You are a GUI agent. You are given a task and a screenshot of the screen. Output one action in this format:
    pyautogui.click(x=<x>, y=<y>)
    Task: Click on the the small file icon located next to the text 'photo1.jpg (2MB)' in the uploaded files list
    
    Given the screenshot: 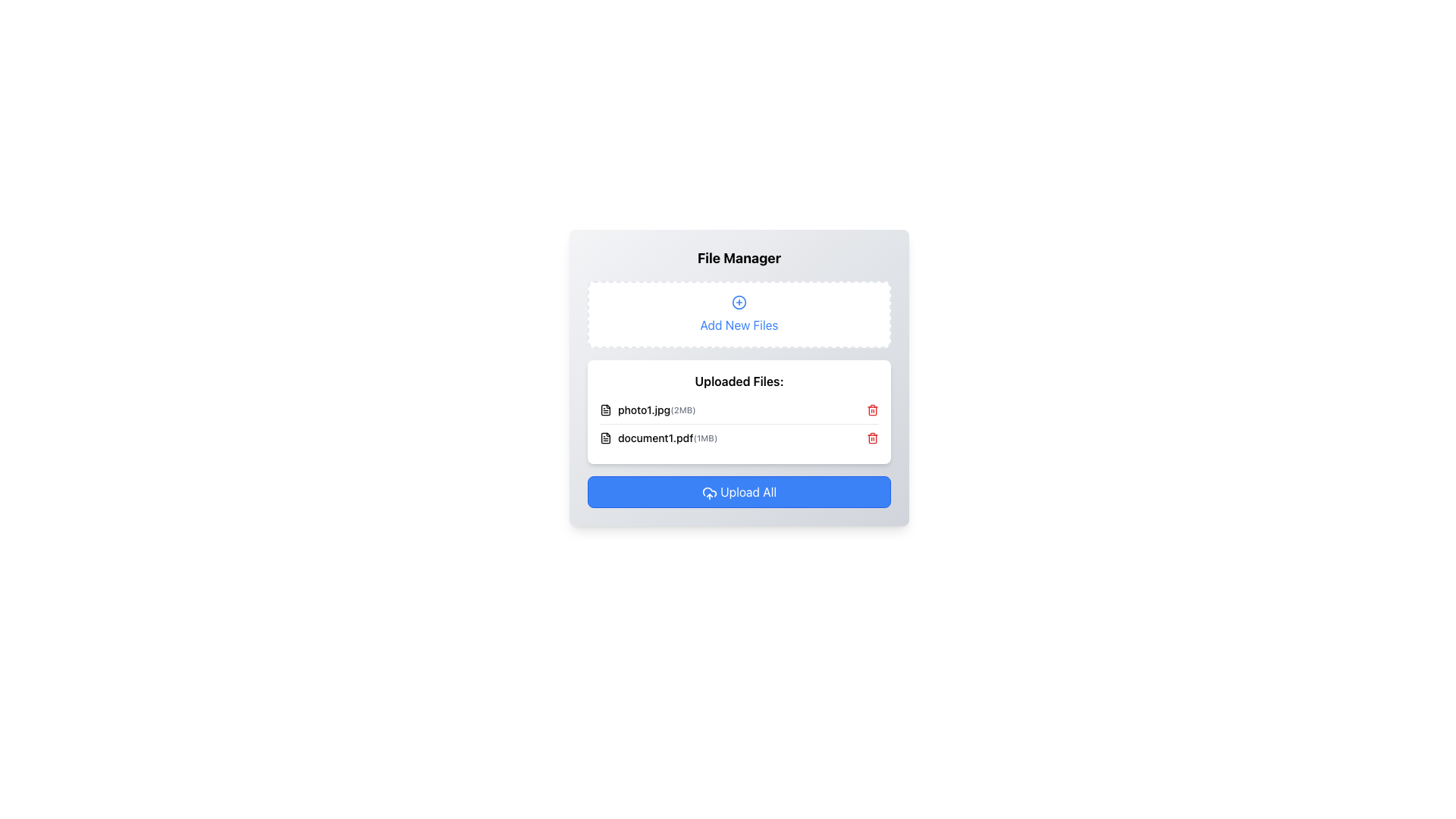 What is the action you would take?
    pyautogui.click(x=604, y=409)
    